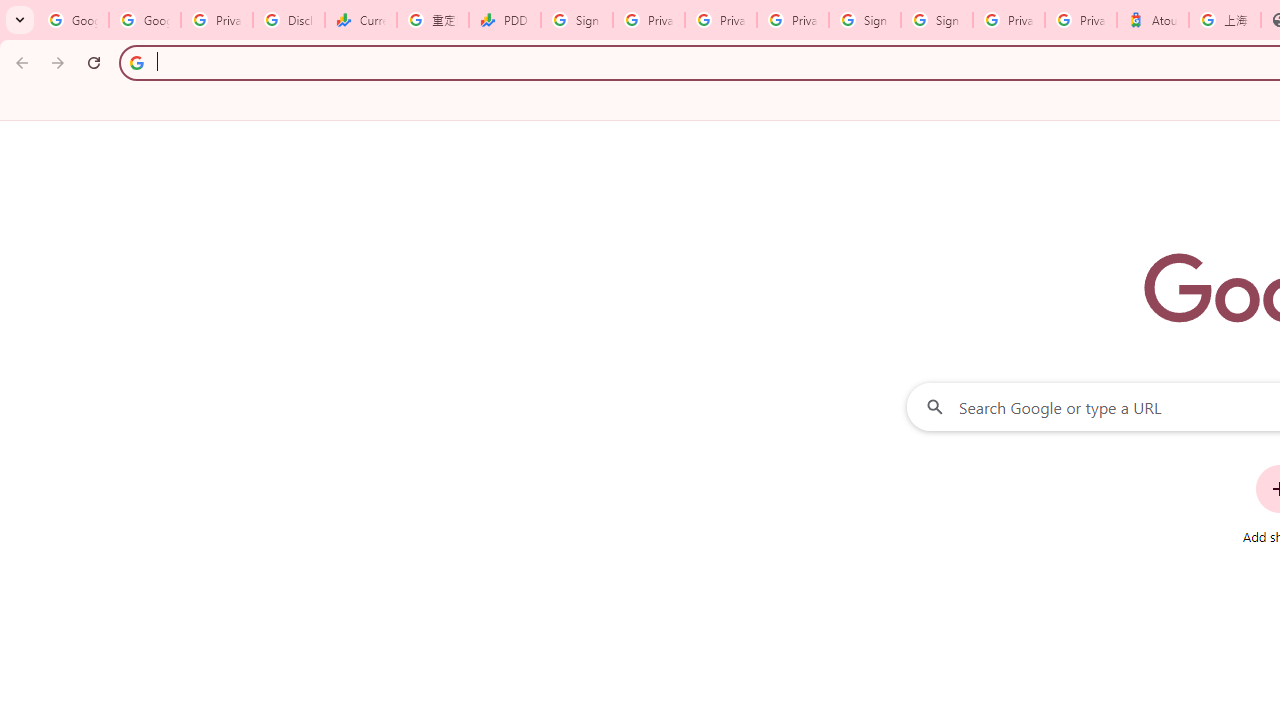  Describe the element at coordinates (865, 20) in the screenshot. I see `'Sign in - Google Accounts'` at that location.